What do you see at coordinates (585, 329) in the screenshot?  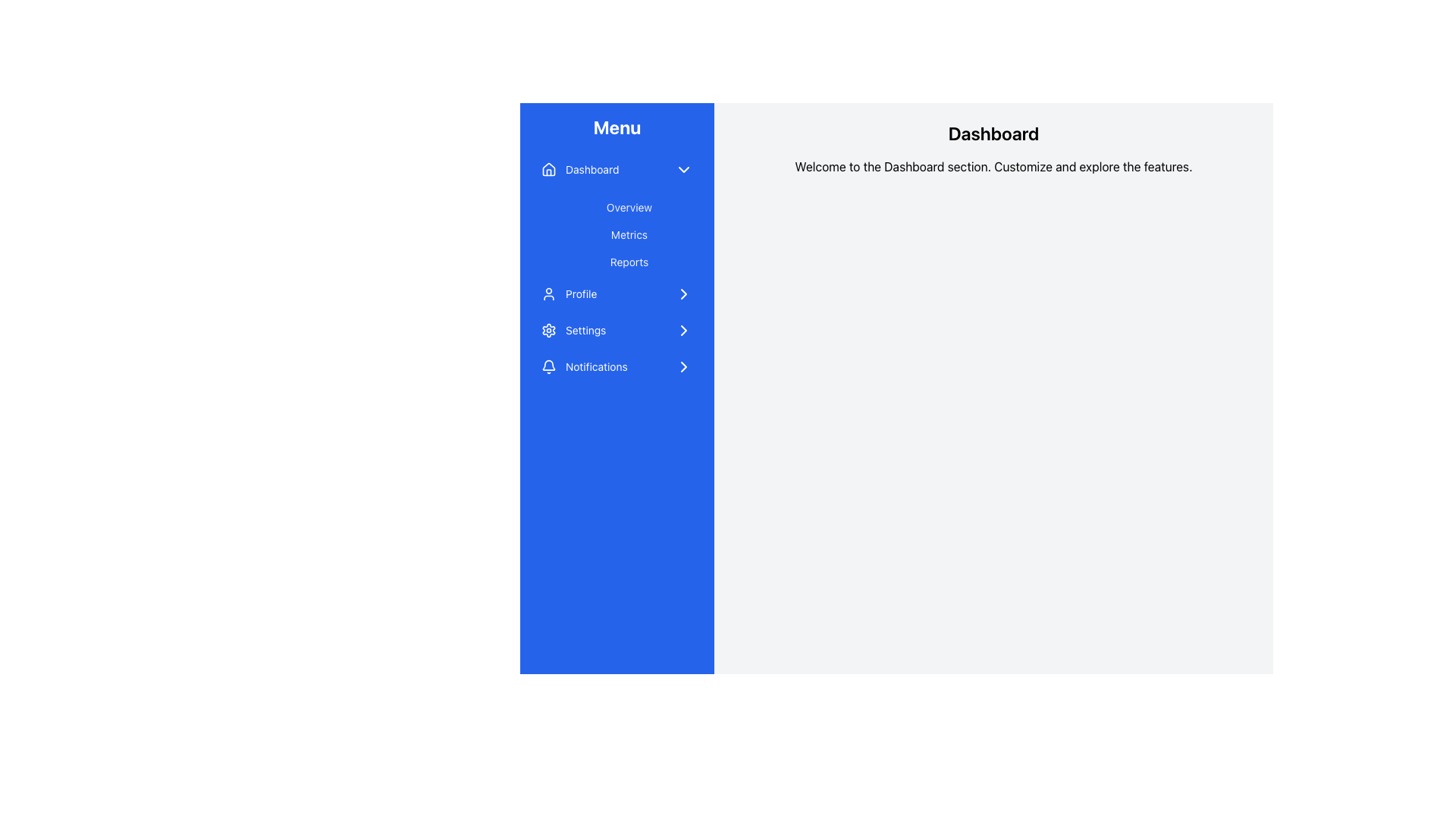 I see `the 'Settings' text label, which is the fourth item in the vertical menu on the left side of the interface, following the gear icon` at bounding box center [585, 329].